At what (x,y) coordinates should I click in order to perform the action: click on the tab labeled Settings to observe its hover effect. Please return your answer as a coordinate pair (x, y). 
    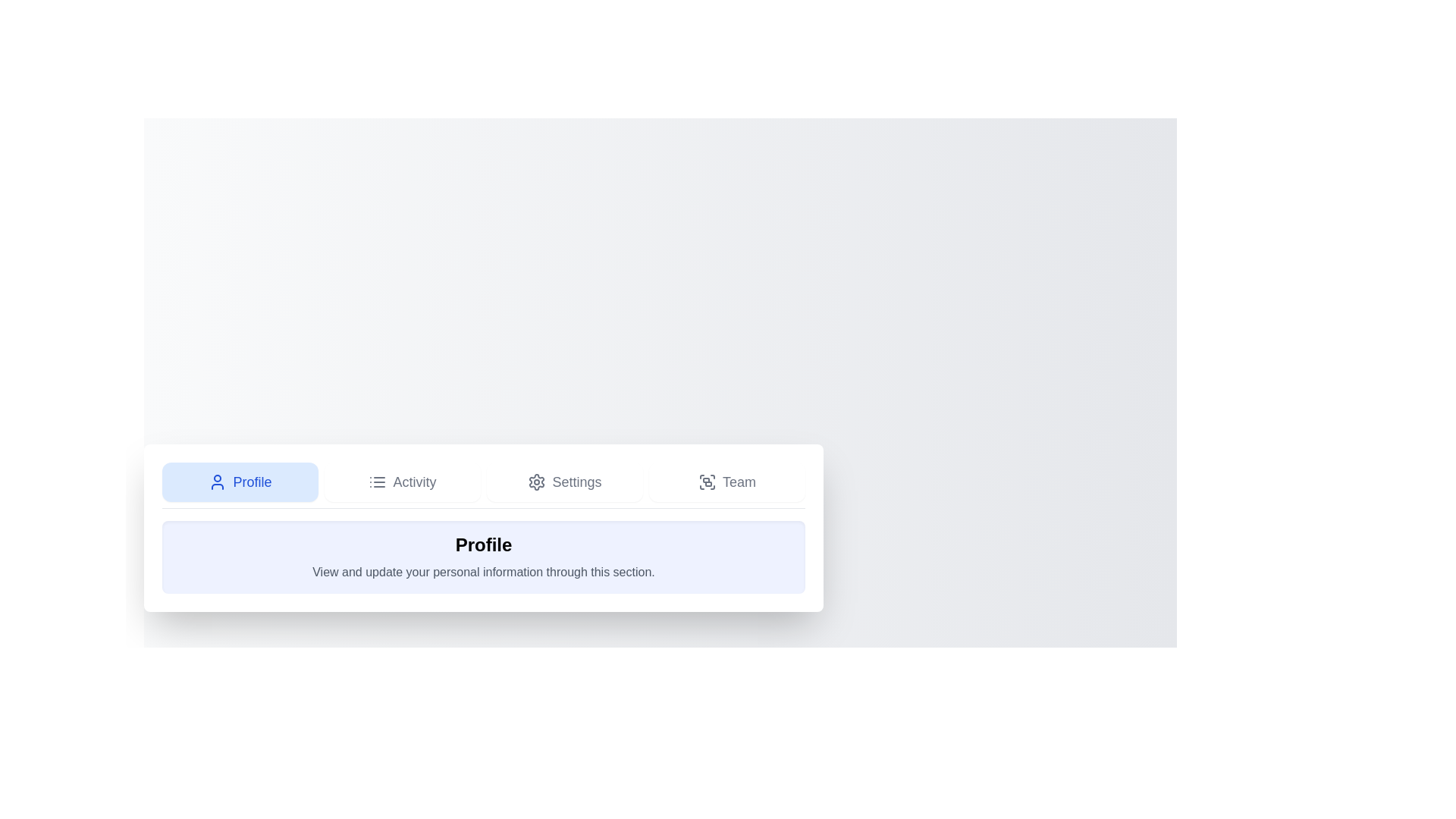
    Looking at the image, I should click on (563, 482).